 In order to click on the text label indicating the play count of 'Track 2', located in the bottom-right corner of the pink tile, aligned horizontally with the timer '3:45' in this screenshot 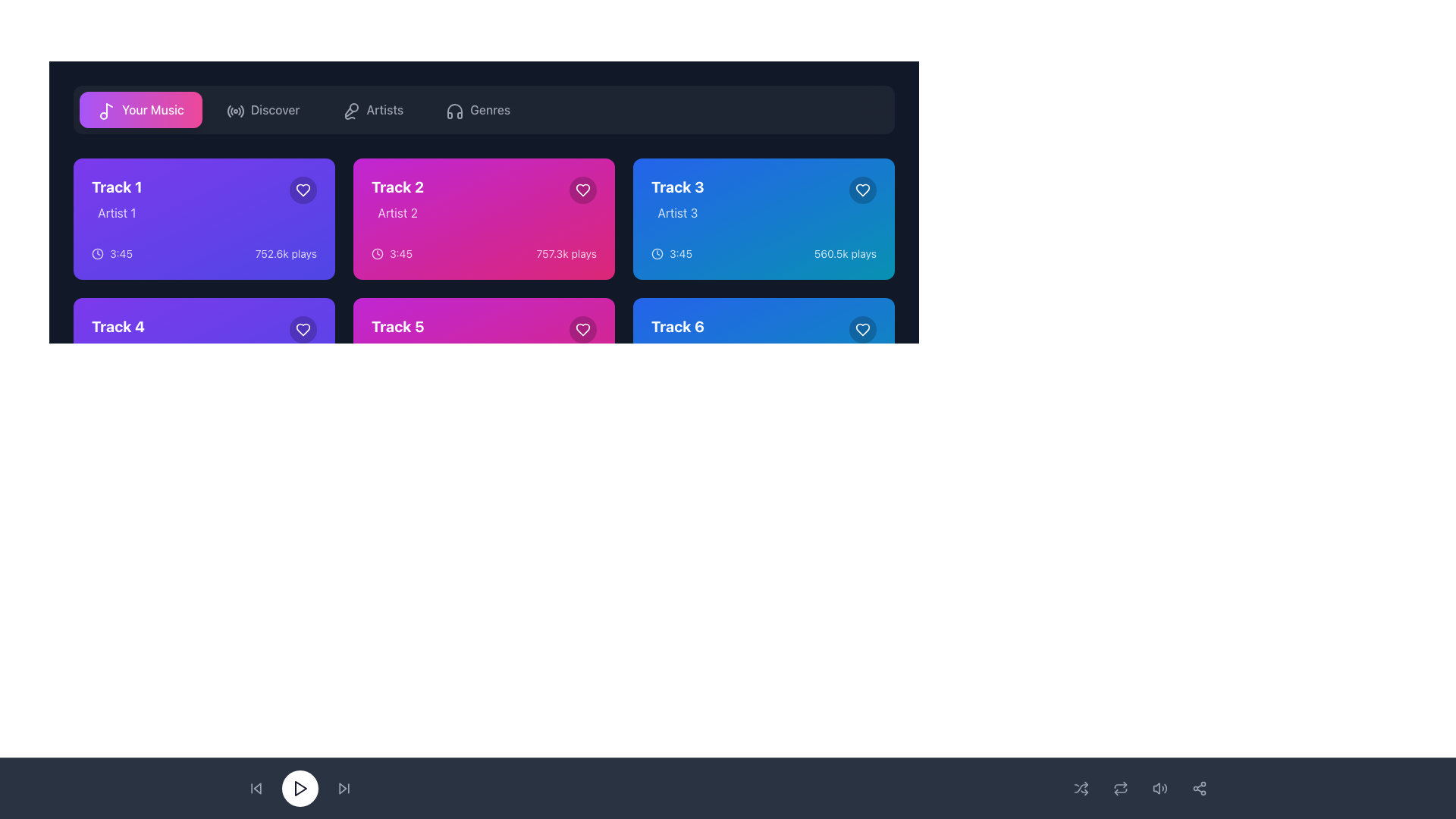, I will do `click(566, 253)`.